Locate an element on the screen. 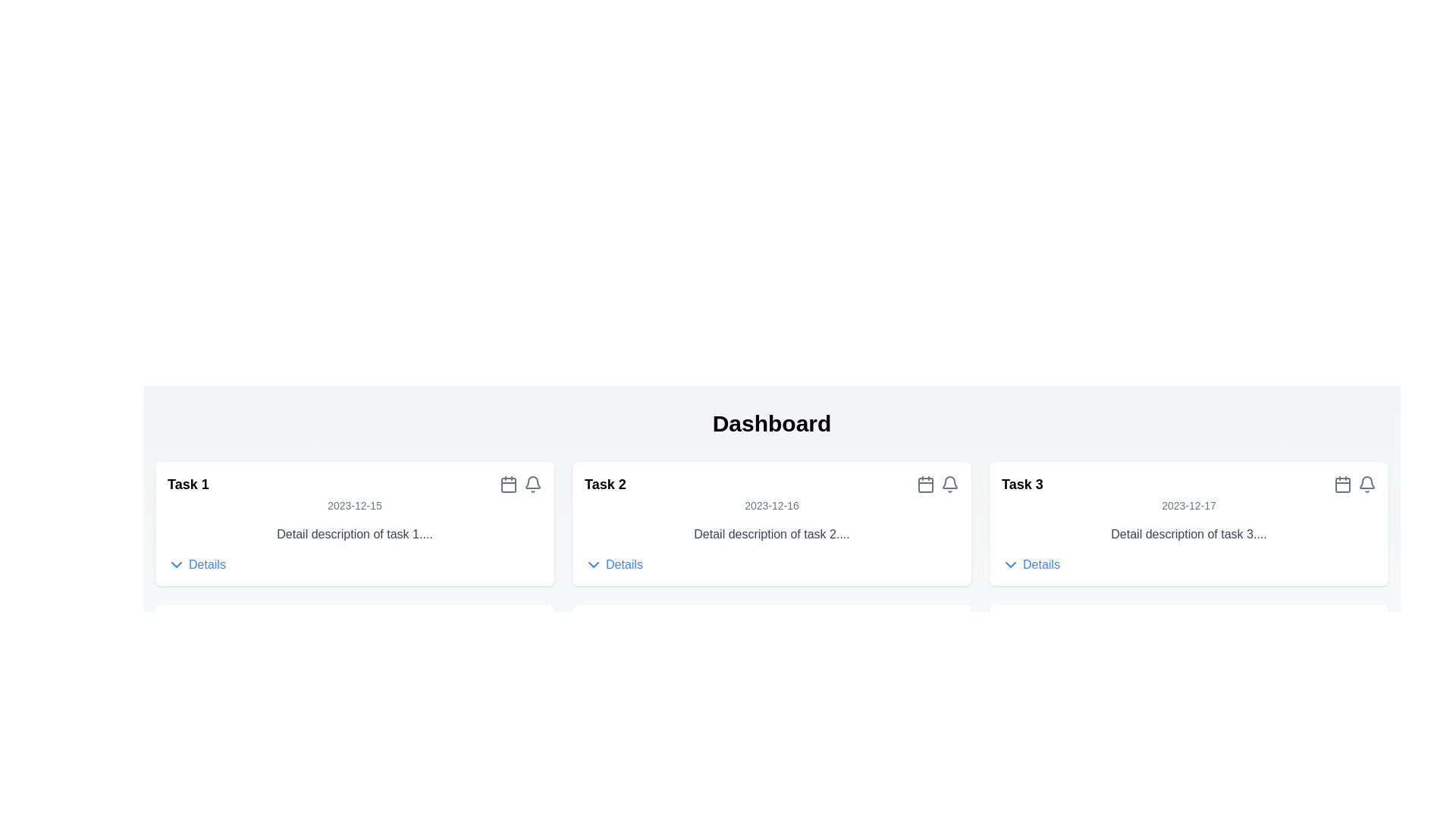 The height and width of the screenshot is (819, 1456). the bell icon in the icon group located in the upper-right corner of the card for 'Task 2' is located at coordinates (937, 485).